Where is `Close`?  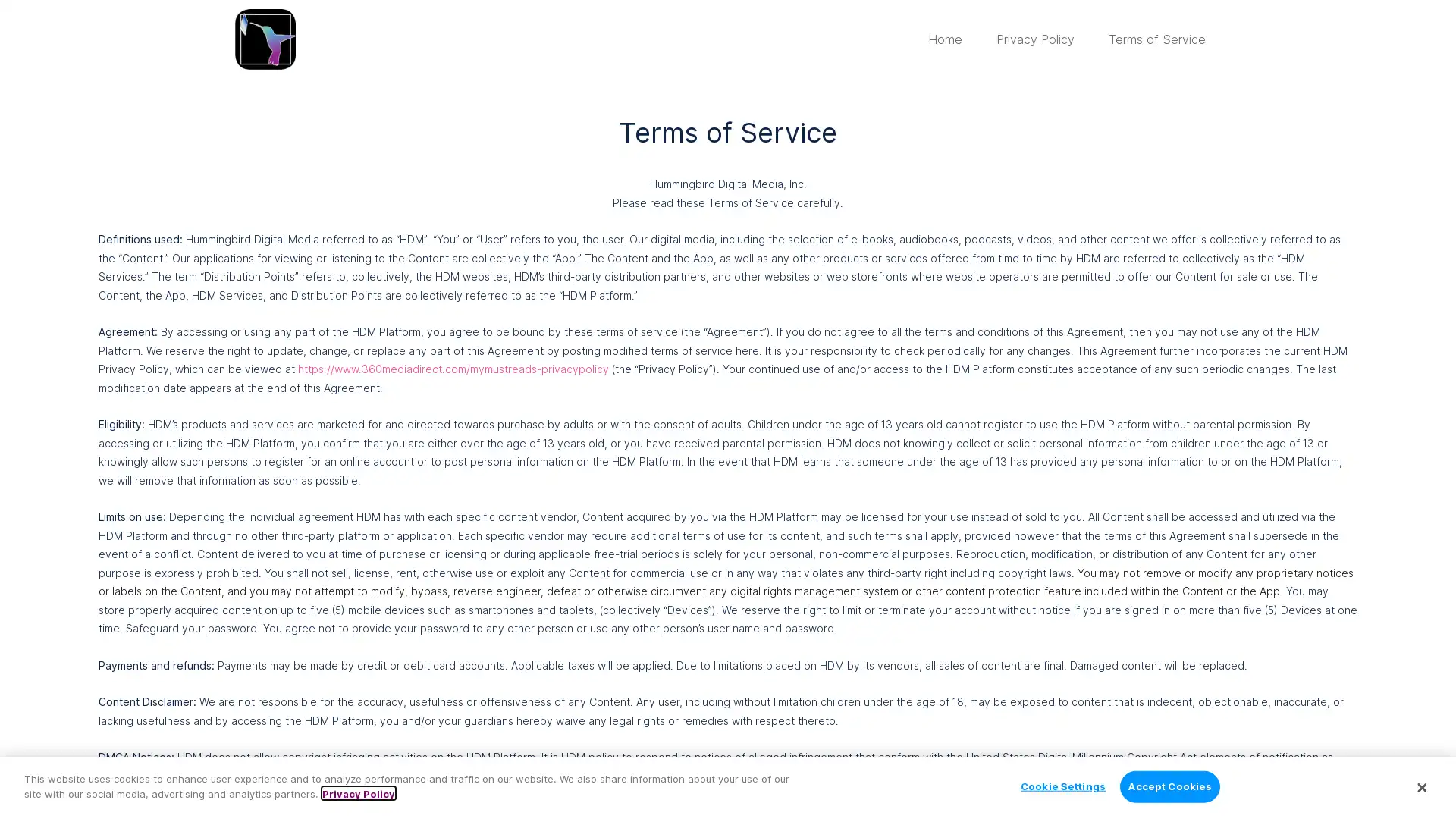
Close is located at coordinates (1420, 786).